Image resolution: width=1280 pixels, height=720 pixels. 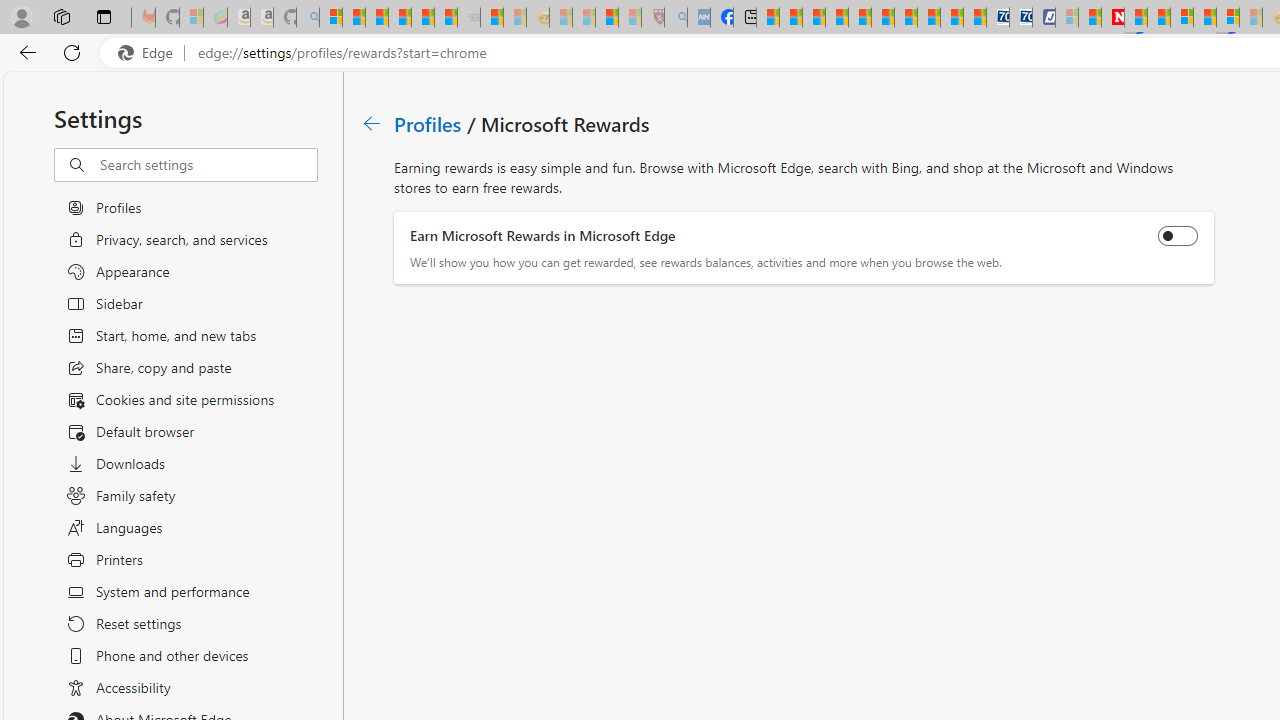 I want to click on 'New Report Confirms 2023 Was Record Hot | Watch', so click(x=422, y=17).